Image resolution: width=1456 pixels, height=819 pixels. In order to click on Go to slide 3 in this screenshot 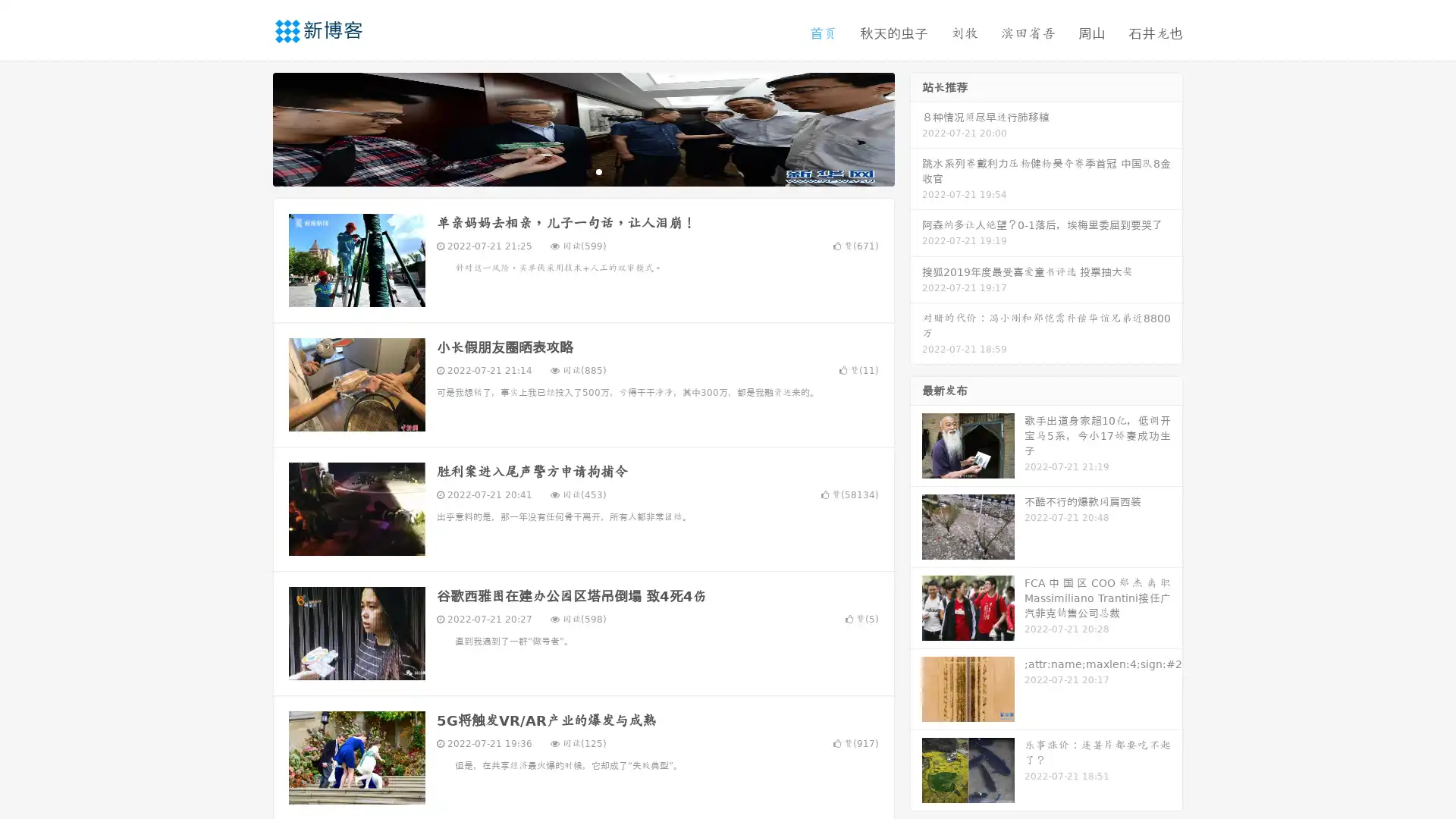, I will do `click(598, 171)`.